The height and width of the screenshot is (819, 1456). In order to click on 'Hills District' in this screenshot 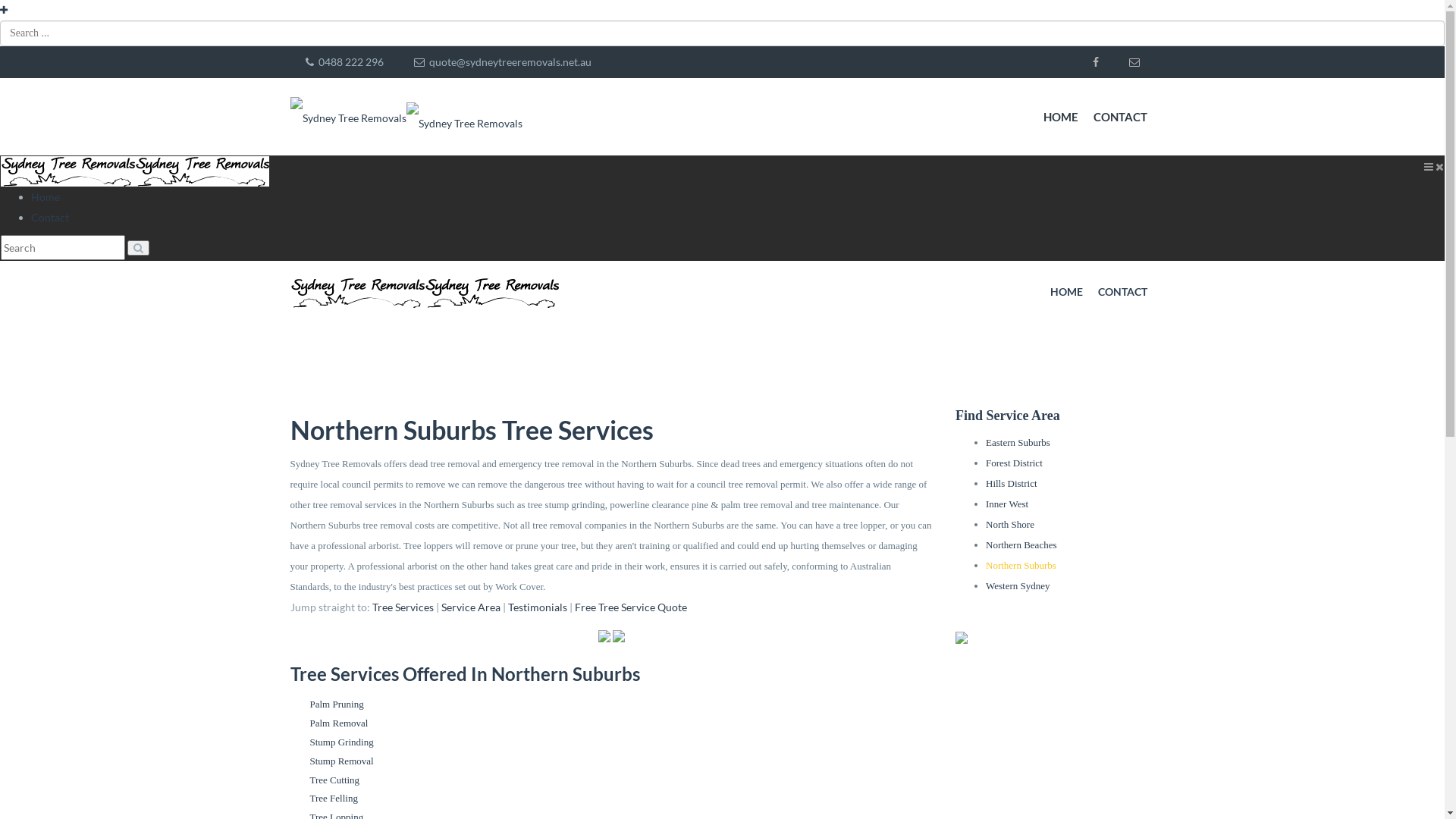, I will do `click(1012, 483)`.